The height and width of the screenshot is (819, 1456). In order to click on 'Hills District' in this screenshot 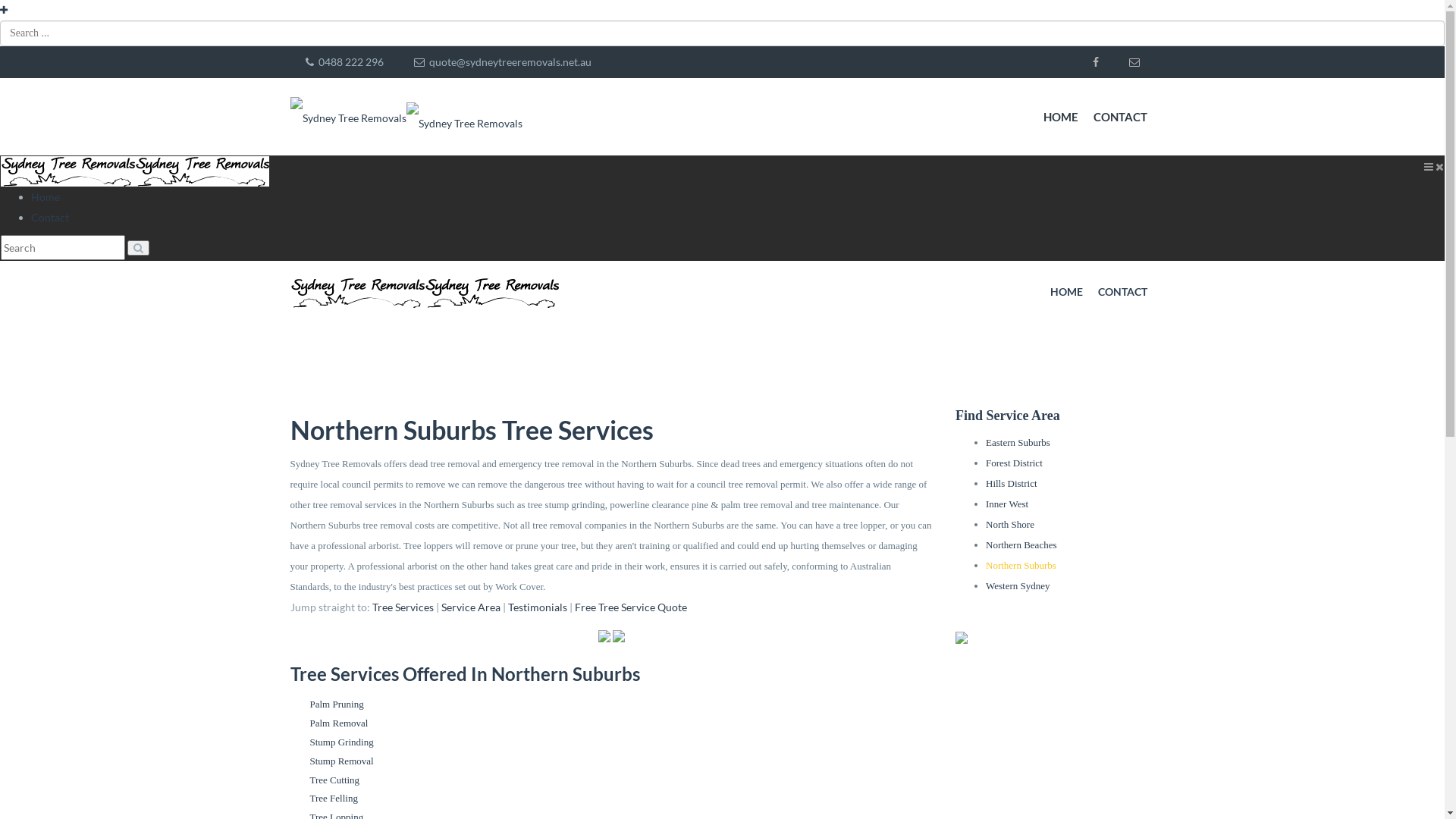, I will do `click(1012, 483)`.